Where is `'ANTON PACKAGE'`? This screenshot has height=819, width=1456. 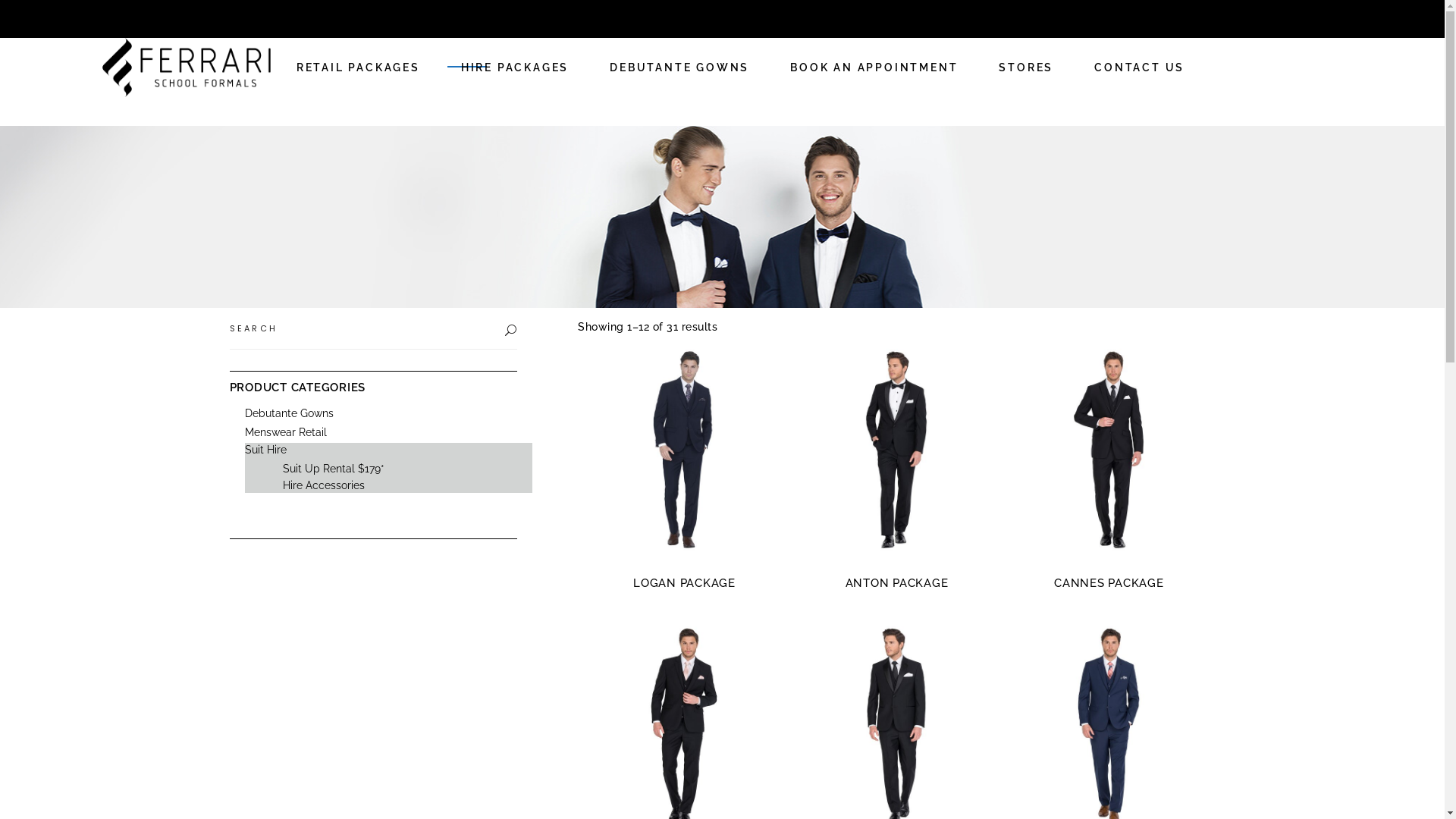
'ANTON PACKAGE' is located at coordinates (896, 582).